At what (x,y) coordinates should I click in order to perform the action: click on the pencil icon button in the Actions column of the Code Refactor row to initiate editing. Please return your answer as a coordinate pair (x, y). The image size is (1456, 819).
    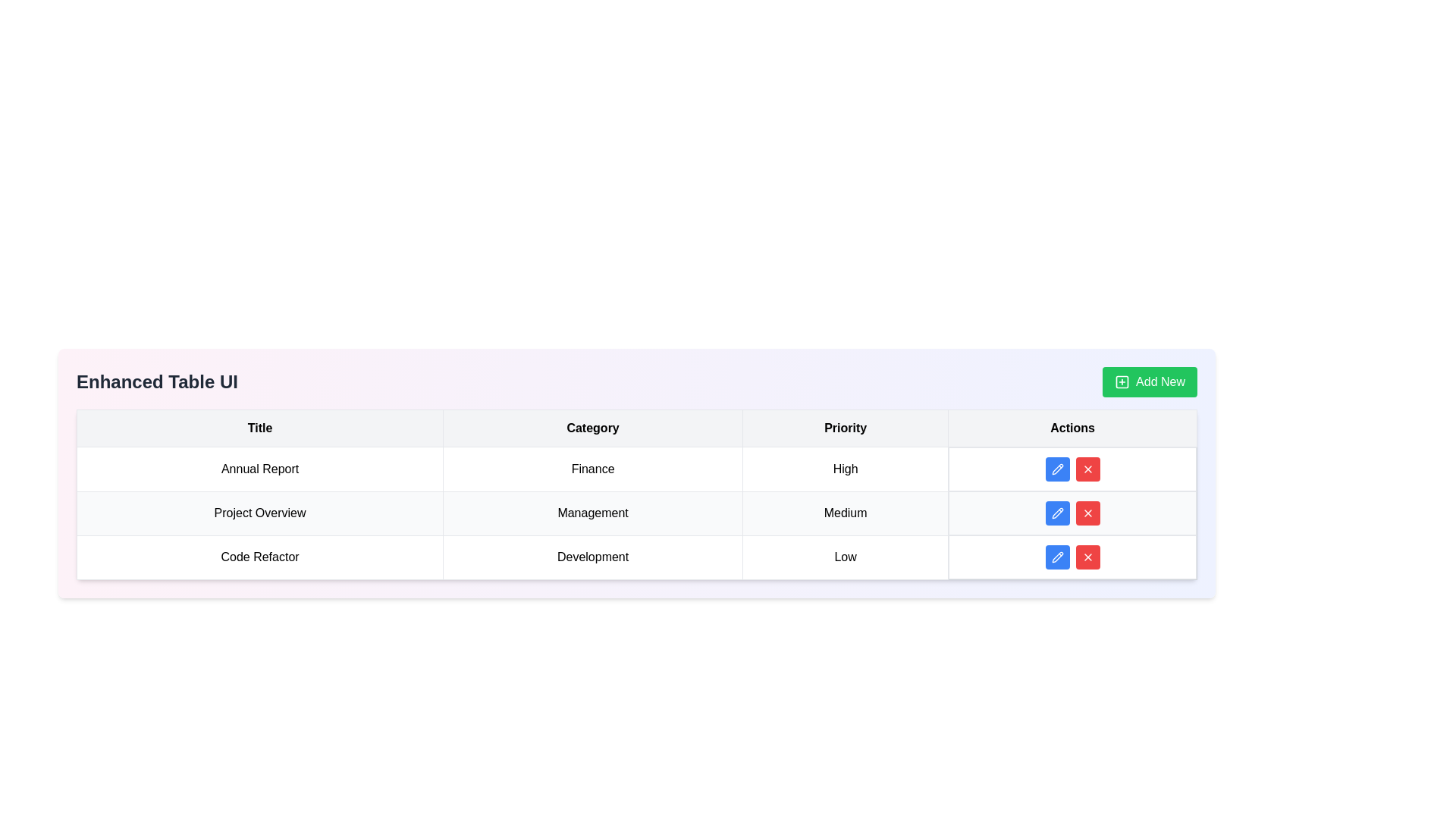
    Looking at the image, I should click on (1056, 557).